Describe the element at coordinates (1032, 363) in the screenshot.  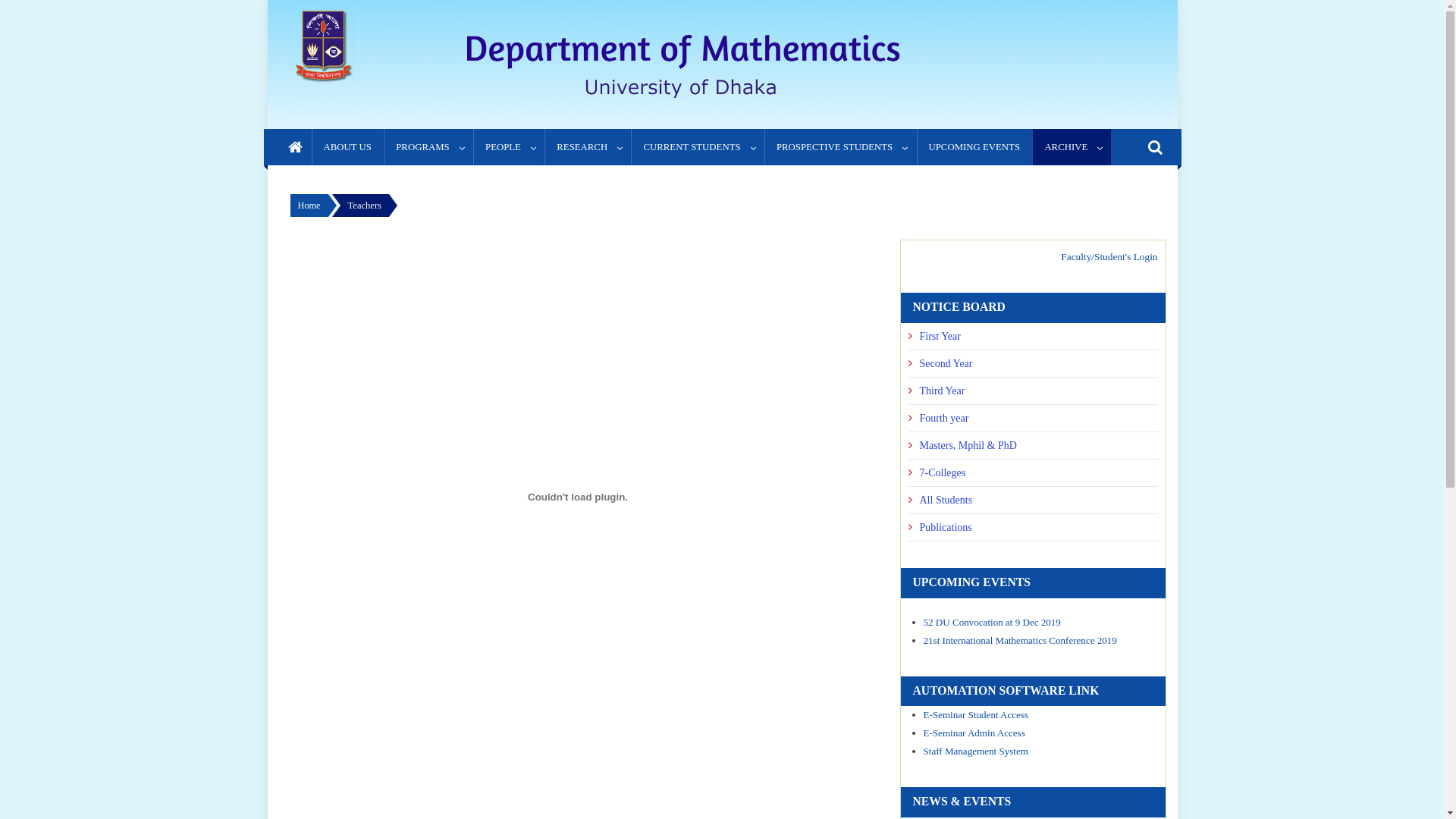
I see `'Second Year'` at that location.